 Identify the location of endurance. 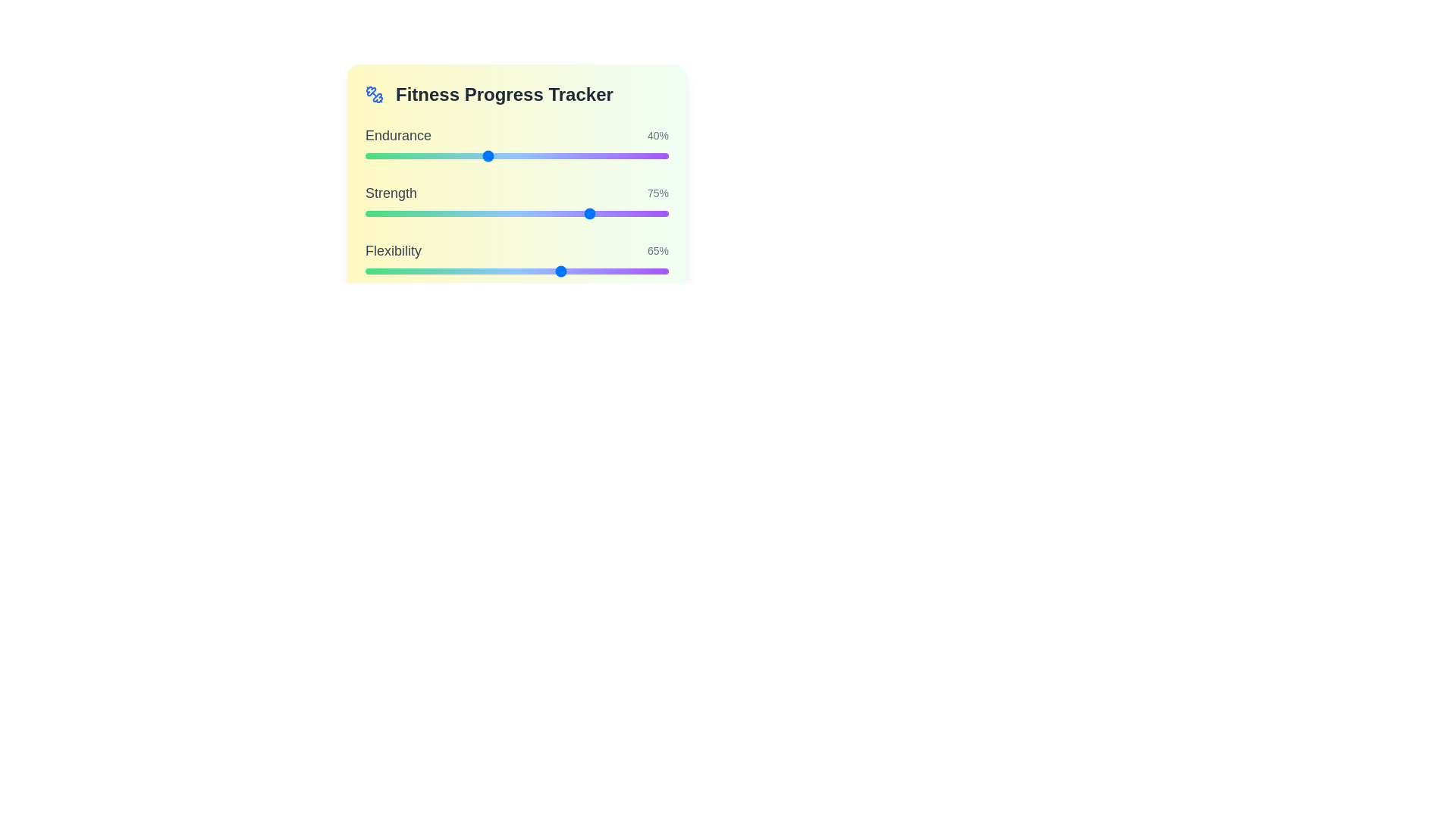
(401, 155).